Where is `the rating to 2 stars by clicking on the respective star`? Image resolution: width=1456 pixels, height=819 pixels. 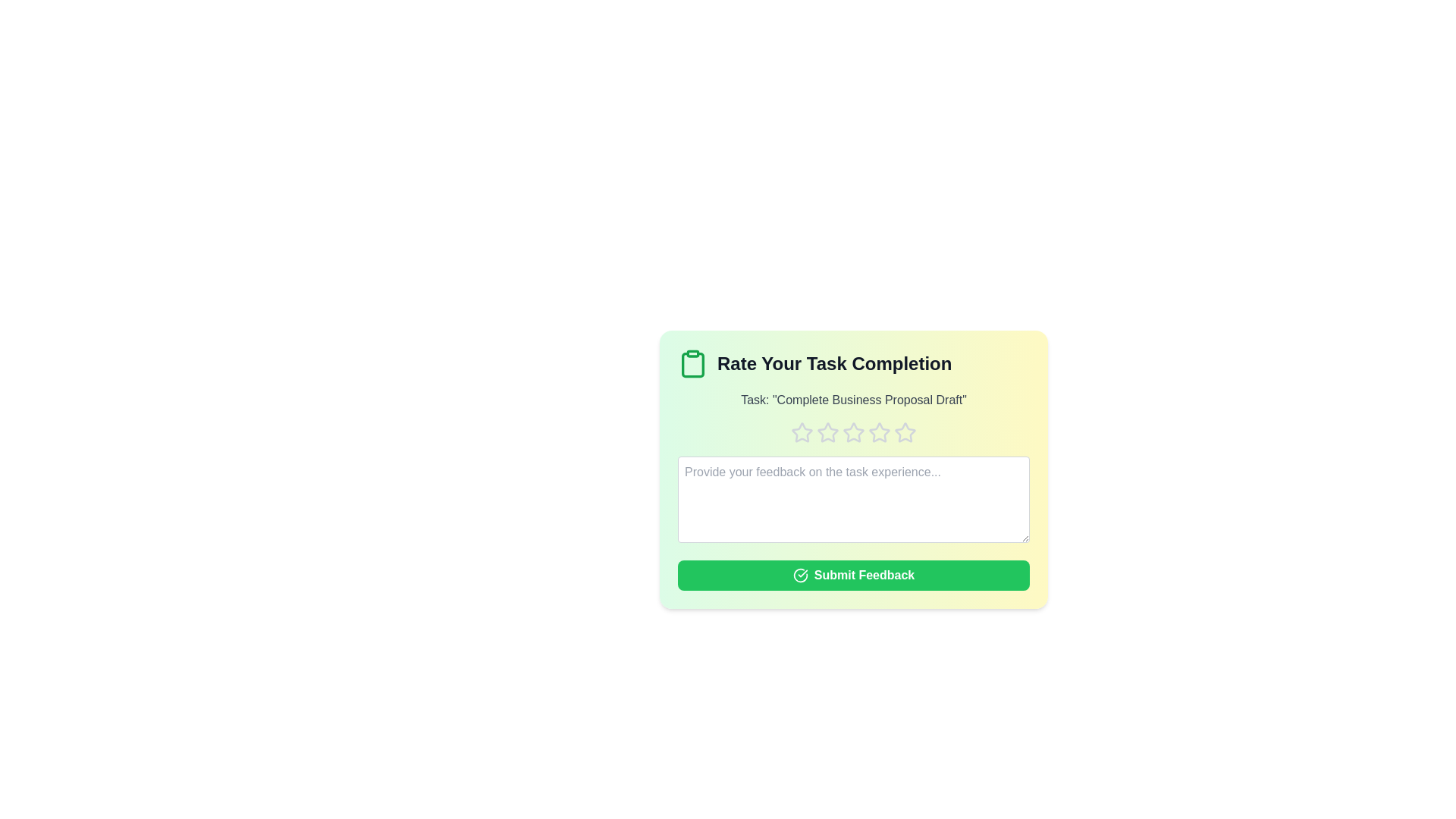 the rating to 2 stars by clicking on the respective star is located at coordinates (827, 432).